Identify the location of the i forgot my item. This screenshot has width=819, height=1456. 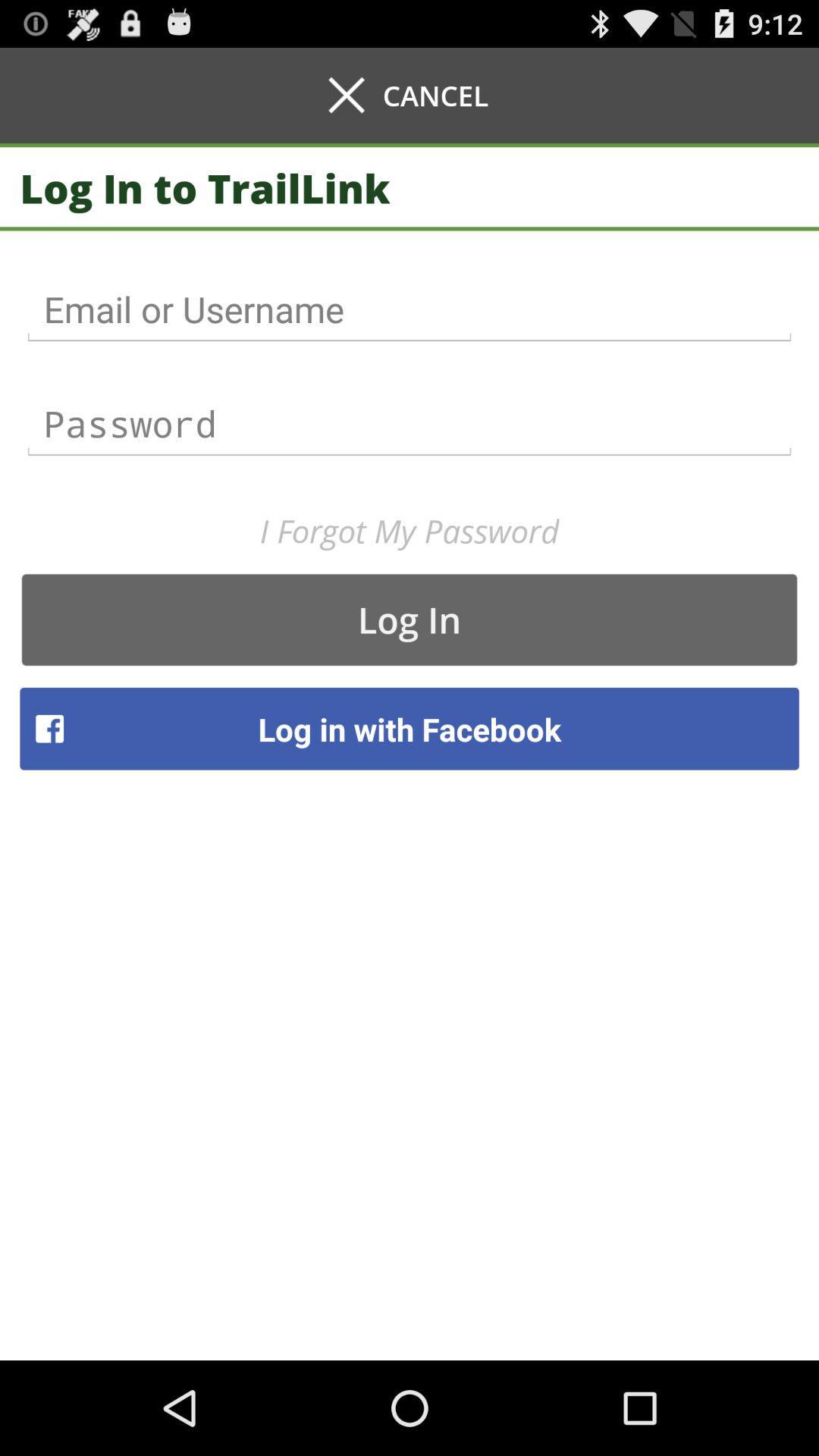
(409, 531).